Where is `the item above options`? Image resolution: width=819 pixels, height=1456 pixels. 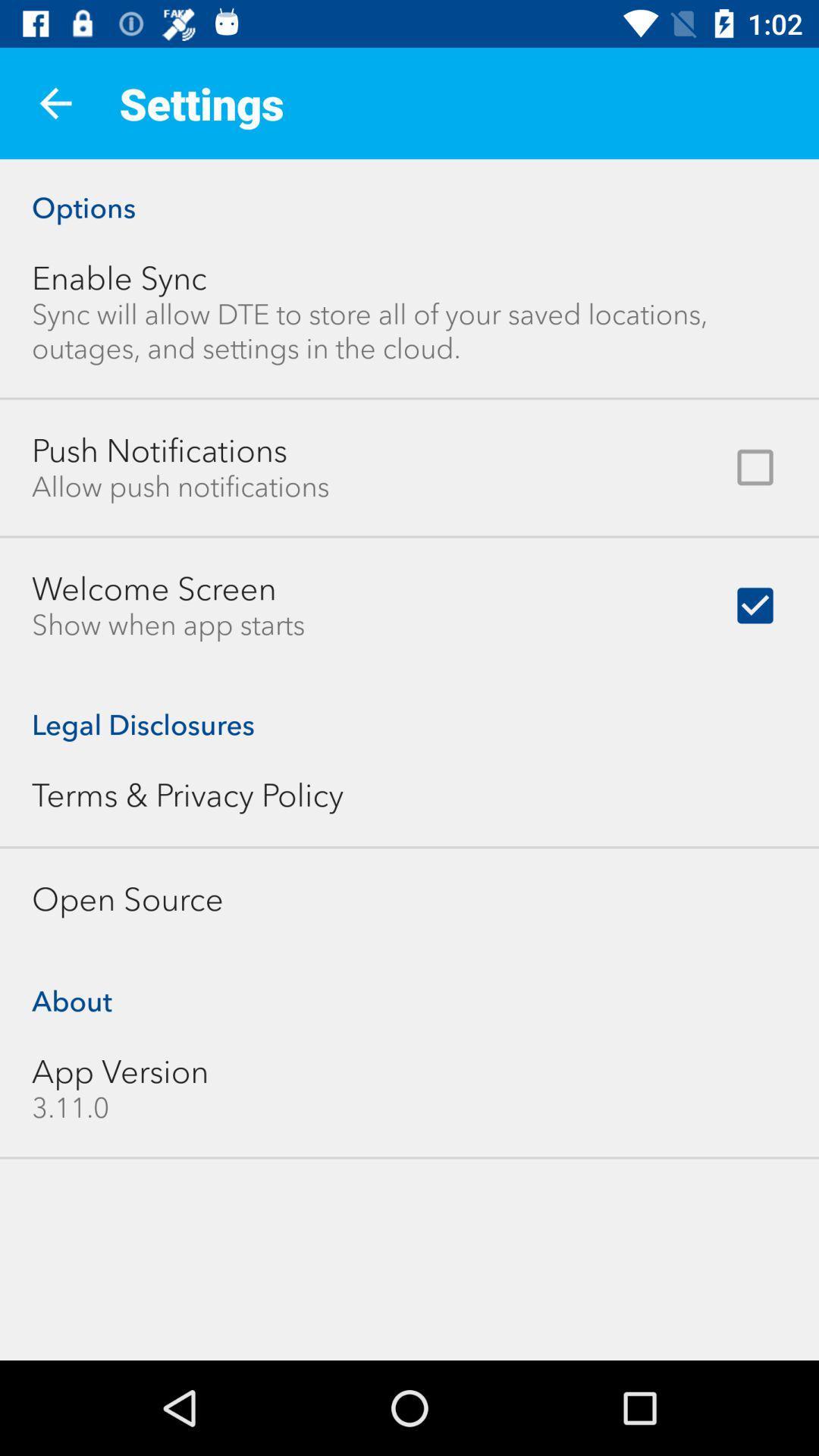 the item above options is located at coordinates (55, 102).